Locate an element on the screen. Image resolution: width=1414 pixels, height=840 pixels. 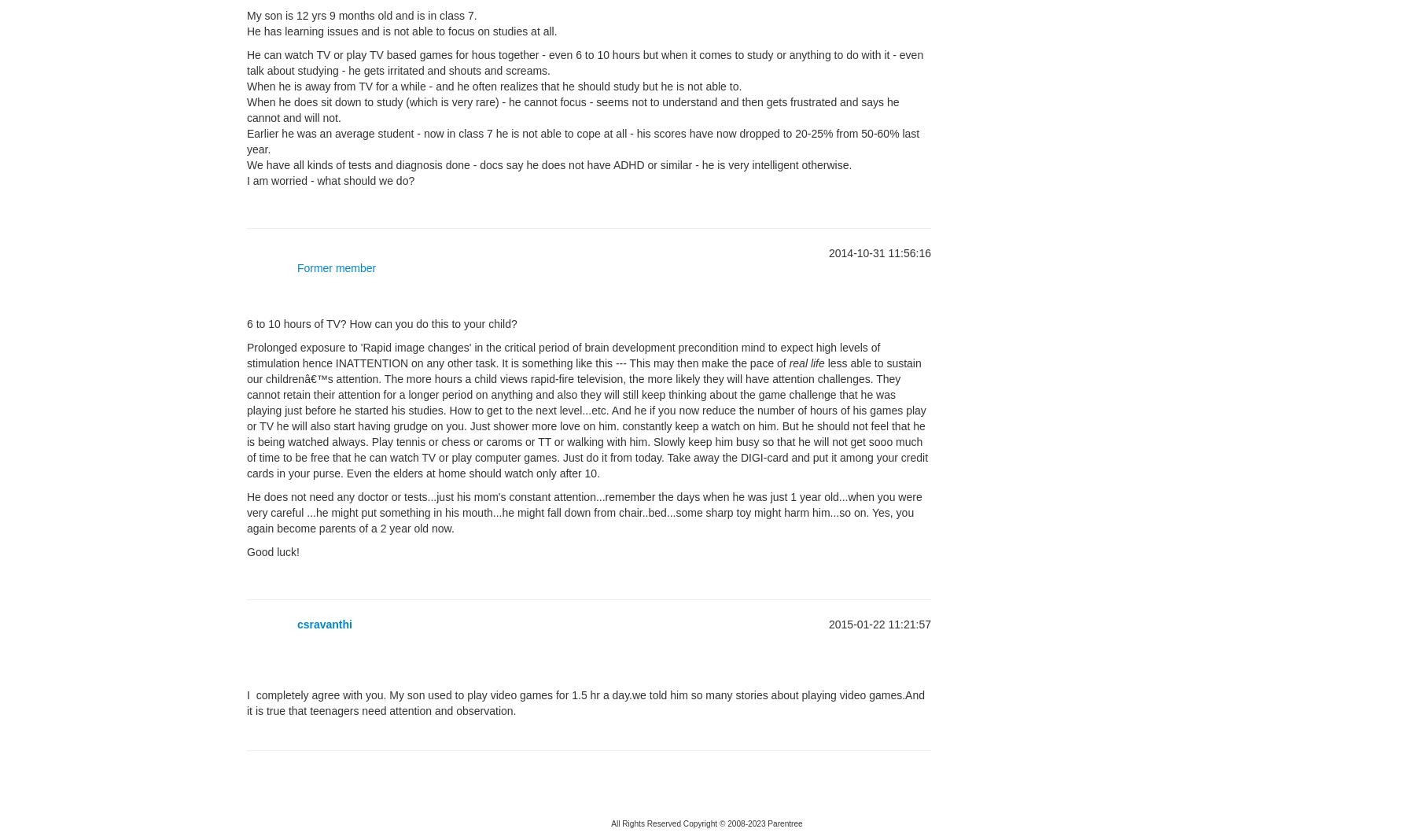
'real life' is located at coordinates (805, 362).